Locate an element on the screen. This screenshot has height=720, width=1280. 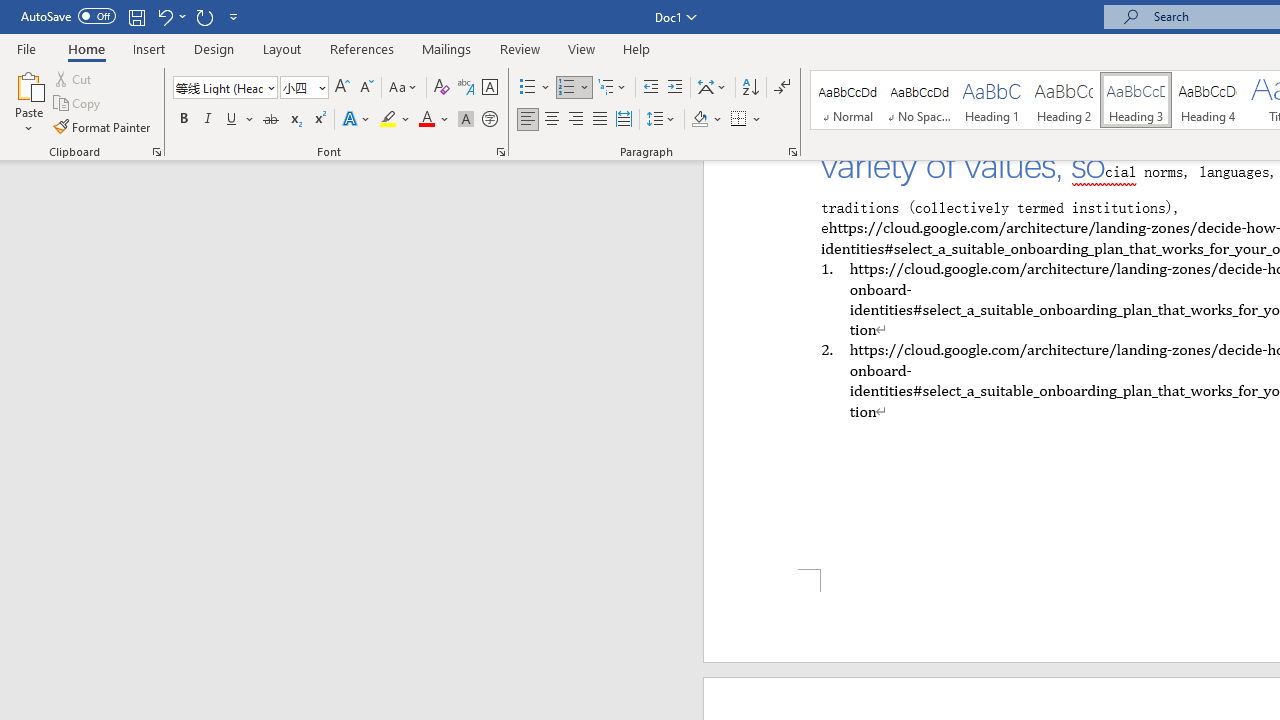
'Undo Paragraph Alignment' is located at coordinates (170, 16).